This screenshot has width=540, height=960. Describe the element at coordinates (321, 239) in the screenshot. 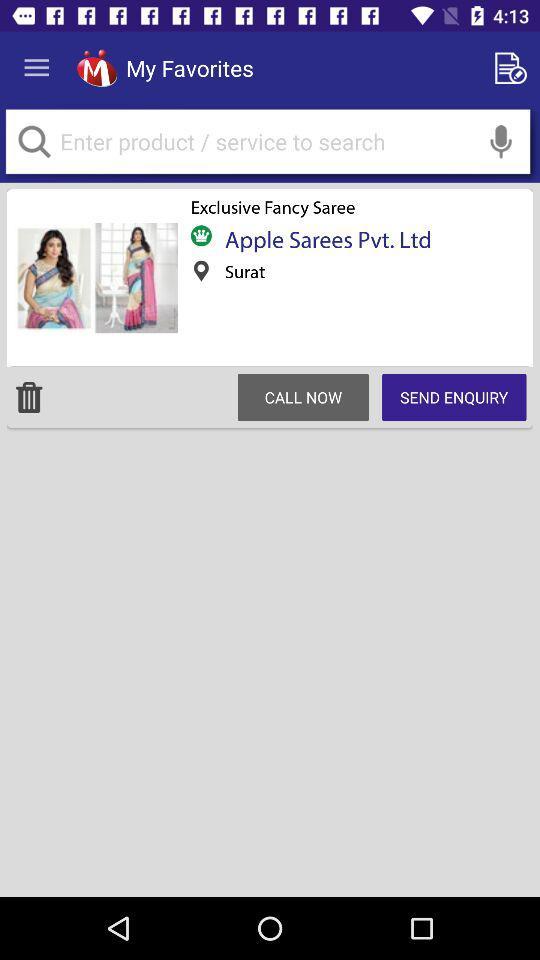

I see `the item below exclusive fancy saree` at that location.